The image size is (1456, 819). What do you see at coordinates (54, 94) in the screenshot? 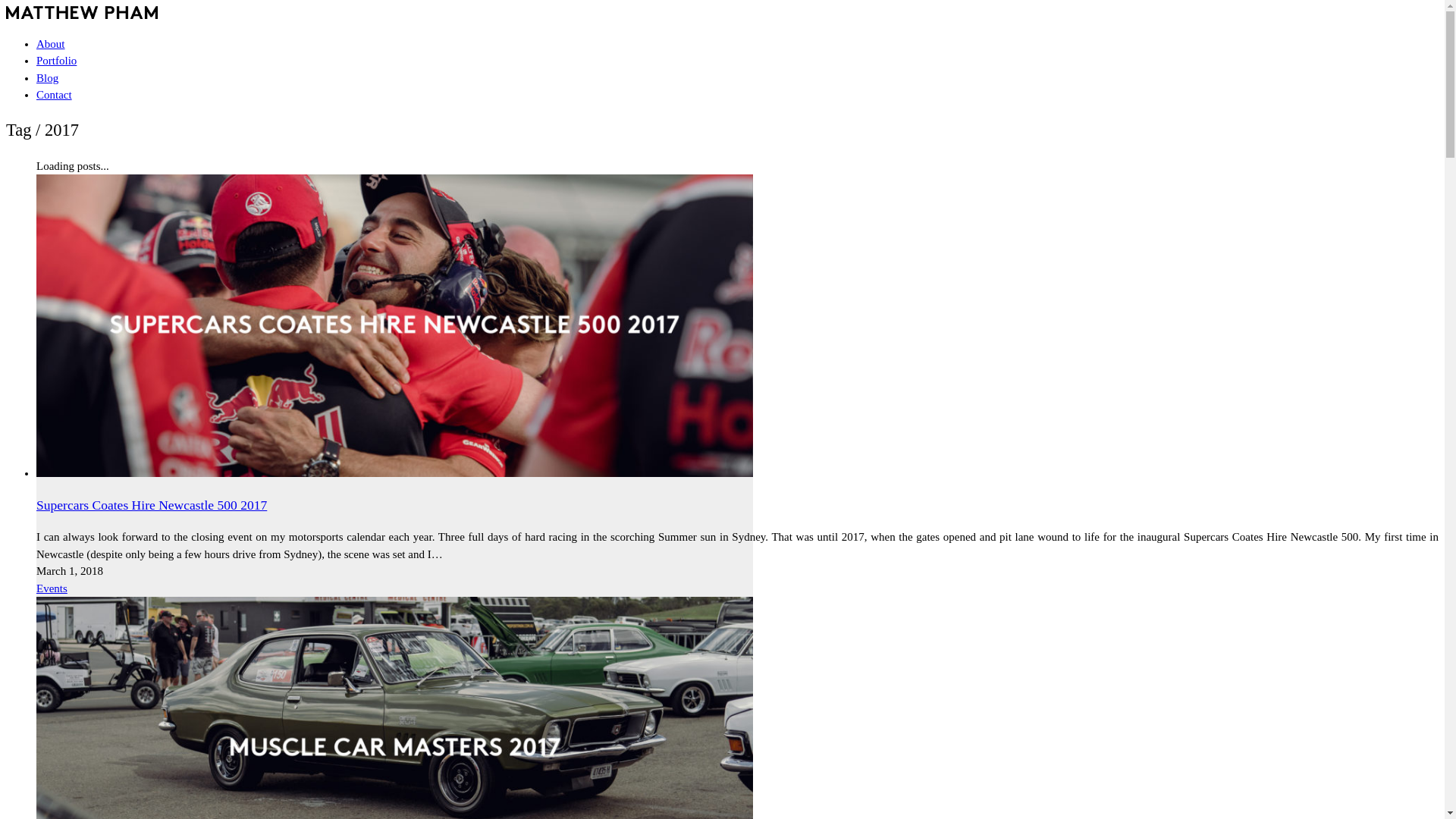
I see `'Contact'` at bounding box center [54, 94].